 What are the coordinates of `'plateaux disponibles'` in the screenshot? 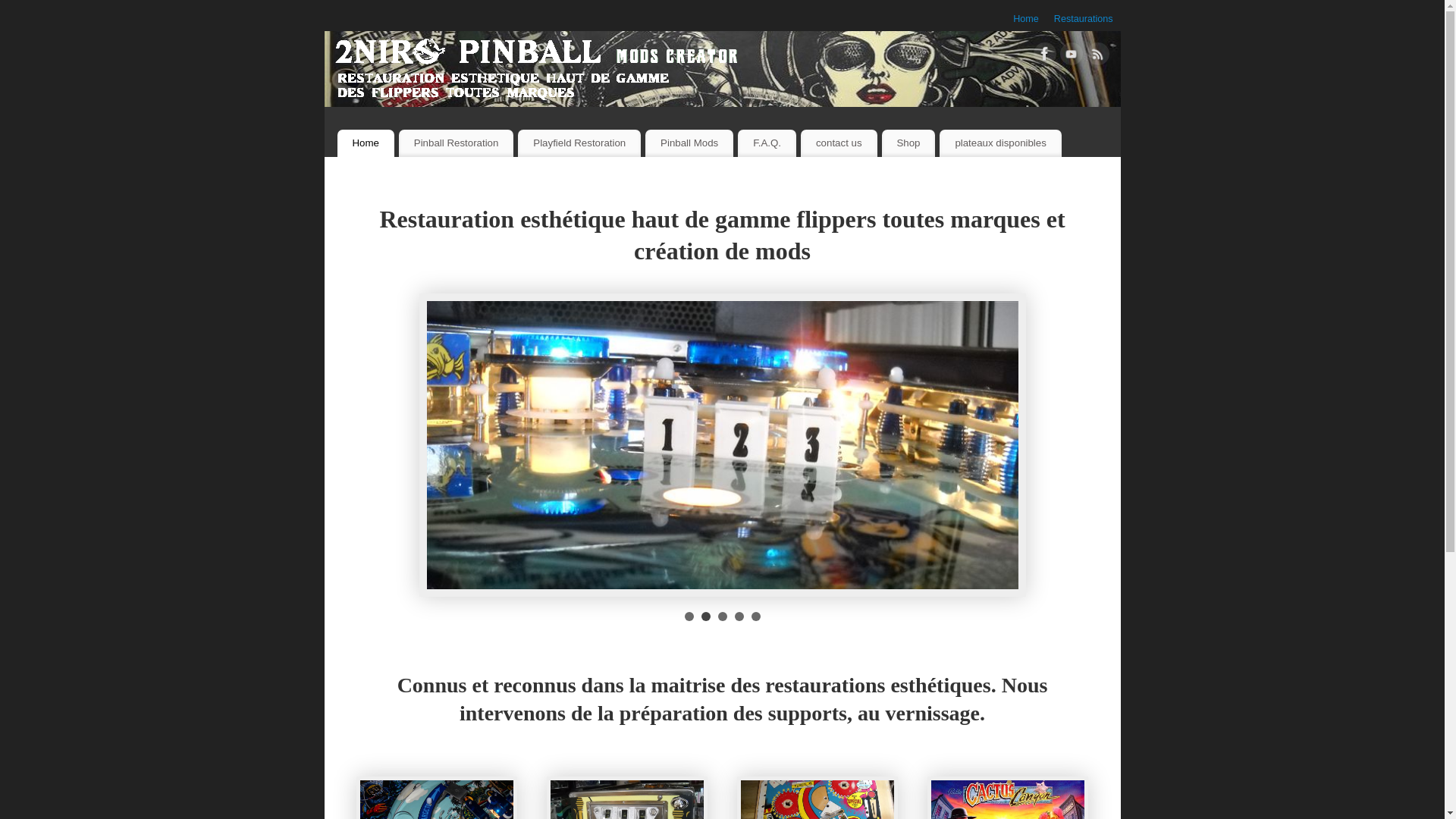 It's located at (1000, 143).